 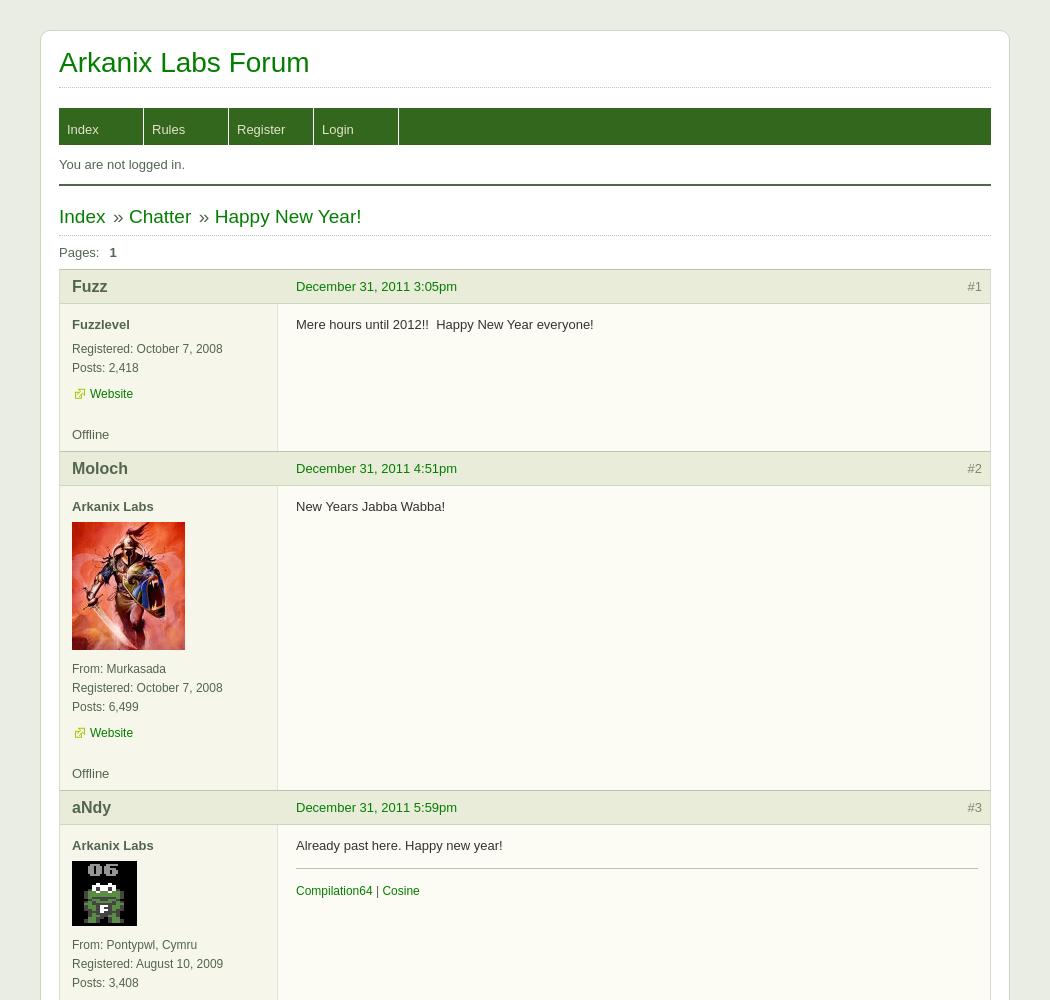 I want to click on 'December 31, 2011 4:51pm', so click(x=376, y=466).